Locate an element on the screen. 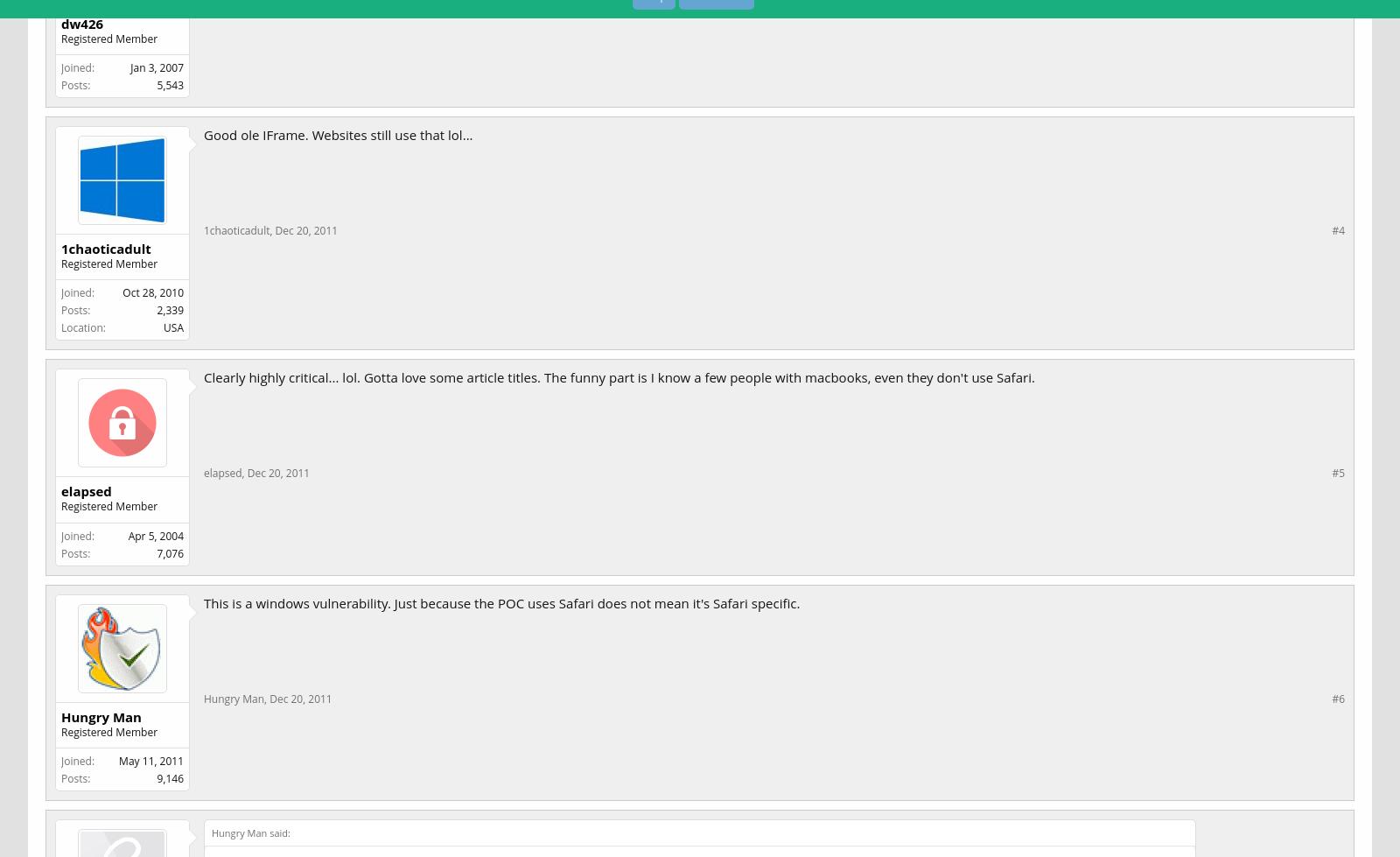 The width and height of the screenshot is (1400, 857). 'Apr 5, 2004' is located at coordinates (155, 534).